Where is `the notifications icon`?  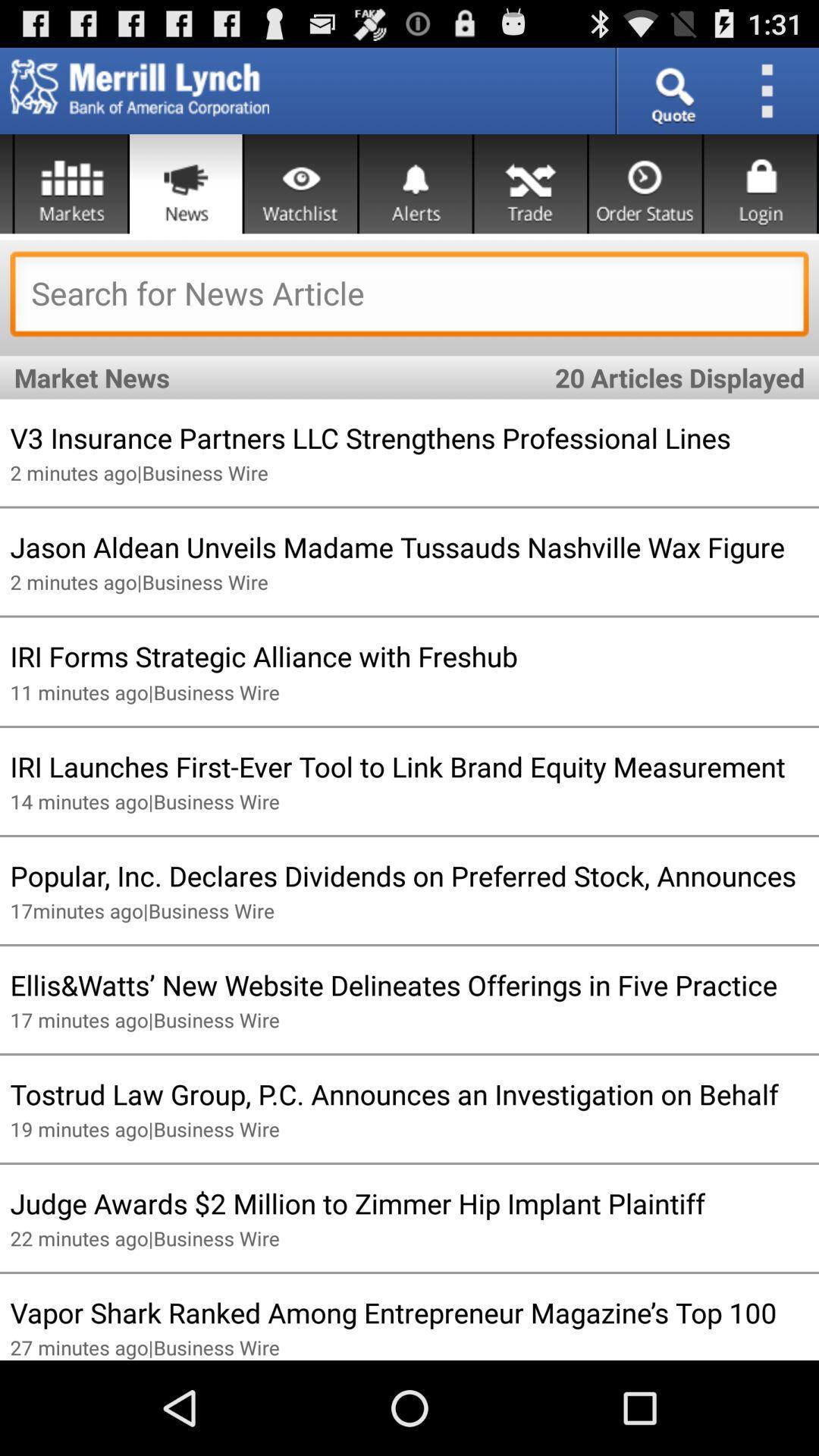 the notifications icon is located at coordinates (416, 196).